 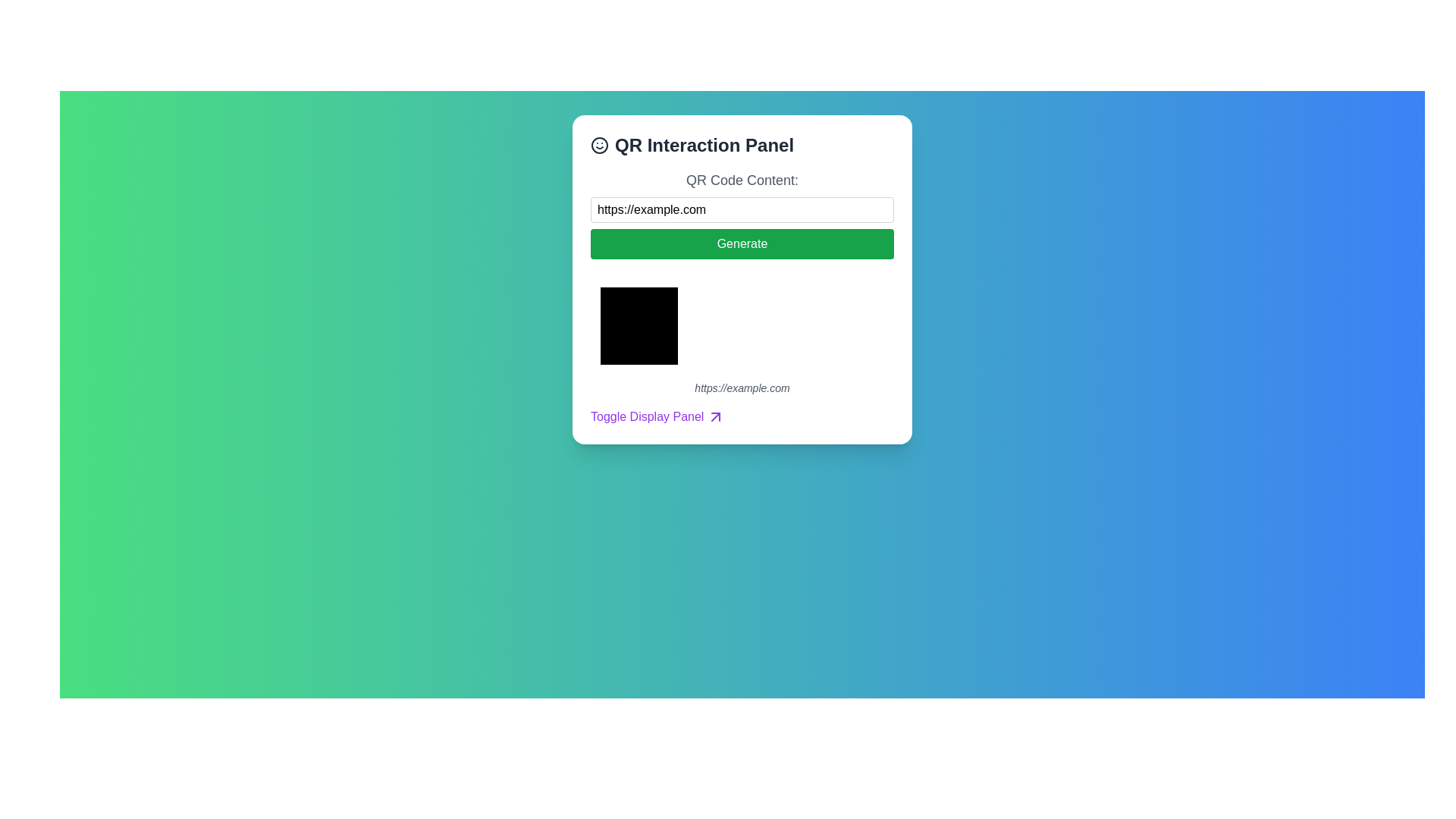 I want to click on the diagonal line element of the arrow-up-right icon, which is part of the SVG representation indicating navigation or a new action, so click(x=715, y=417).